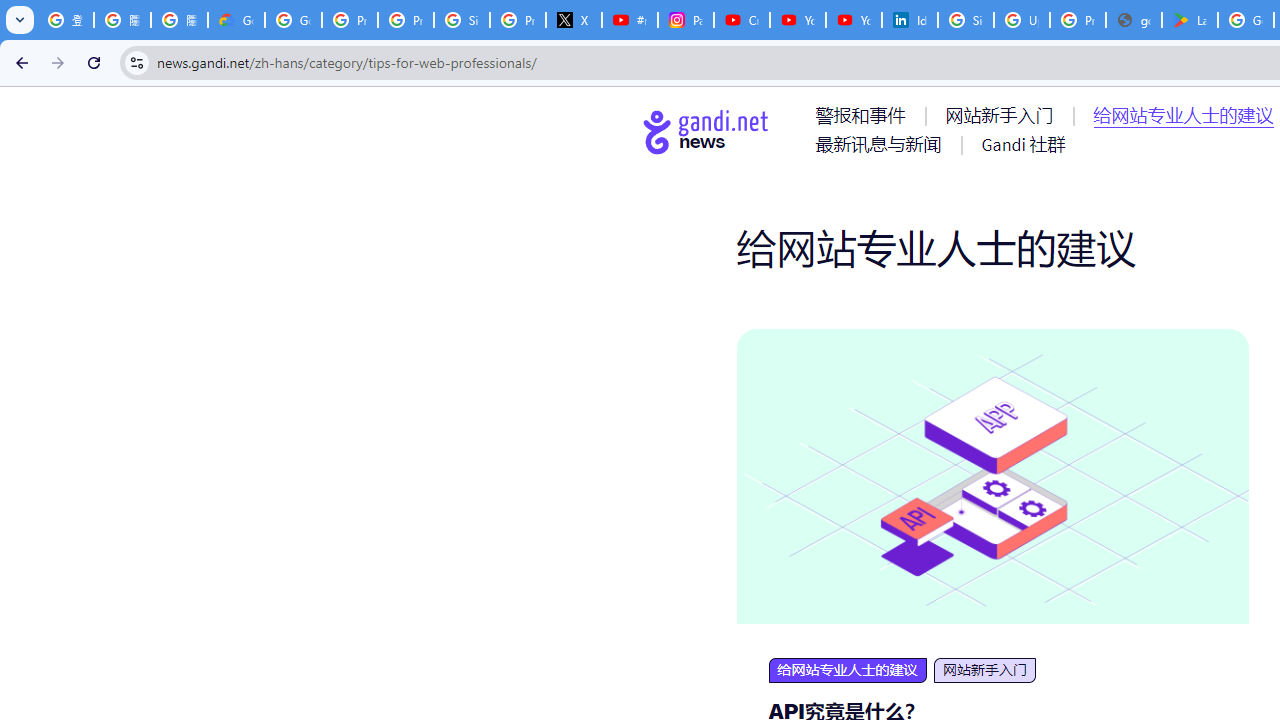 This screenshot has width=1280, height=720. Describe the element at coordinates (573, 20) in the screenshot. I see `'X'` at that location.